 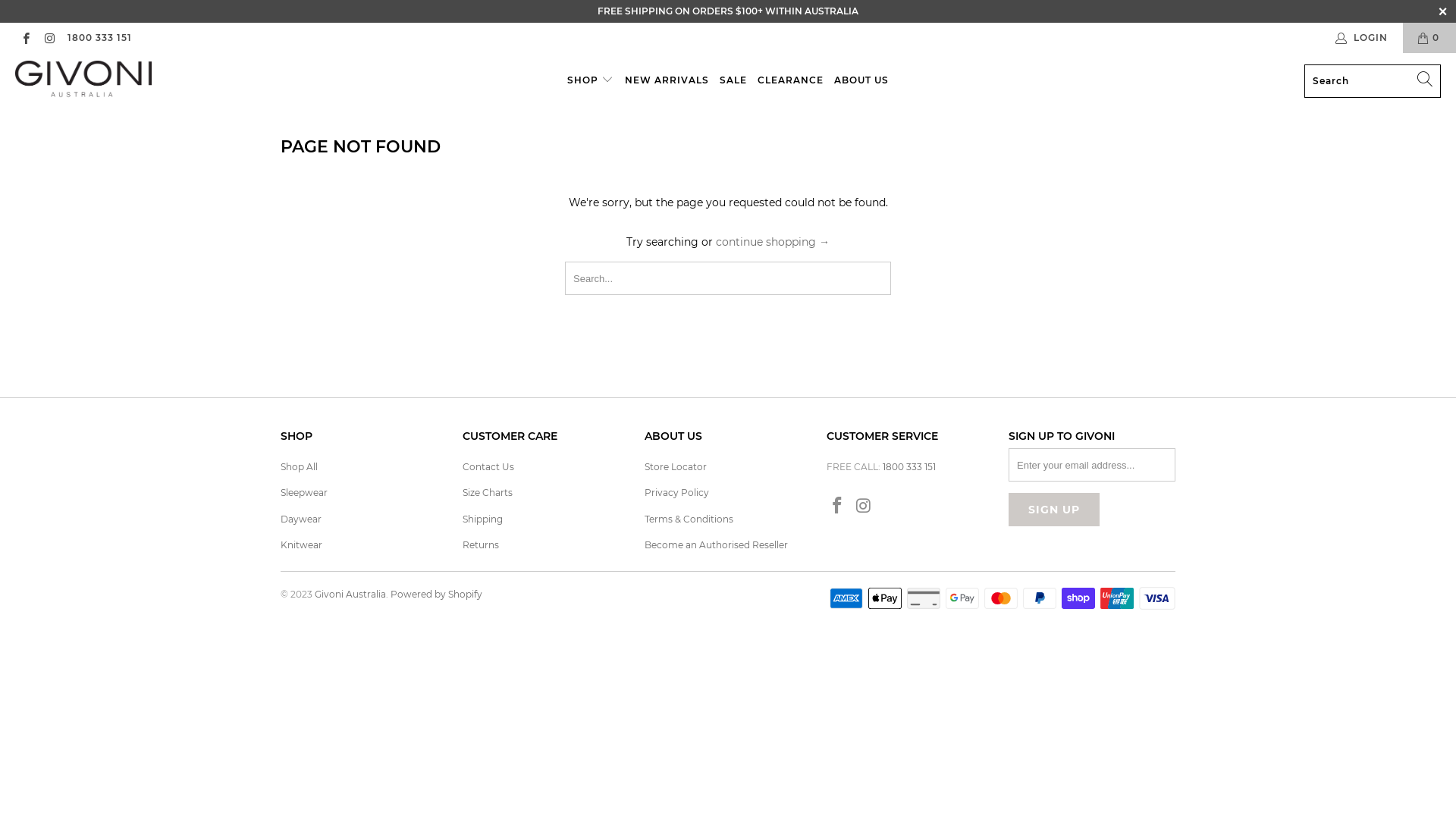 I want to click on 'Contact Us', so click(x=488, y=466).